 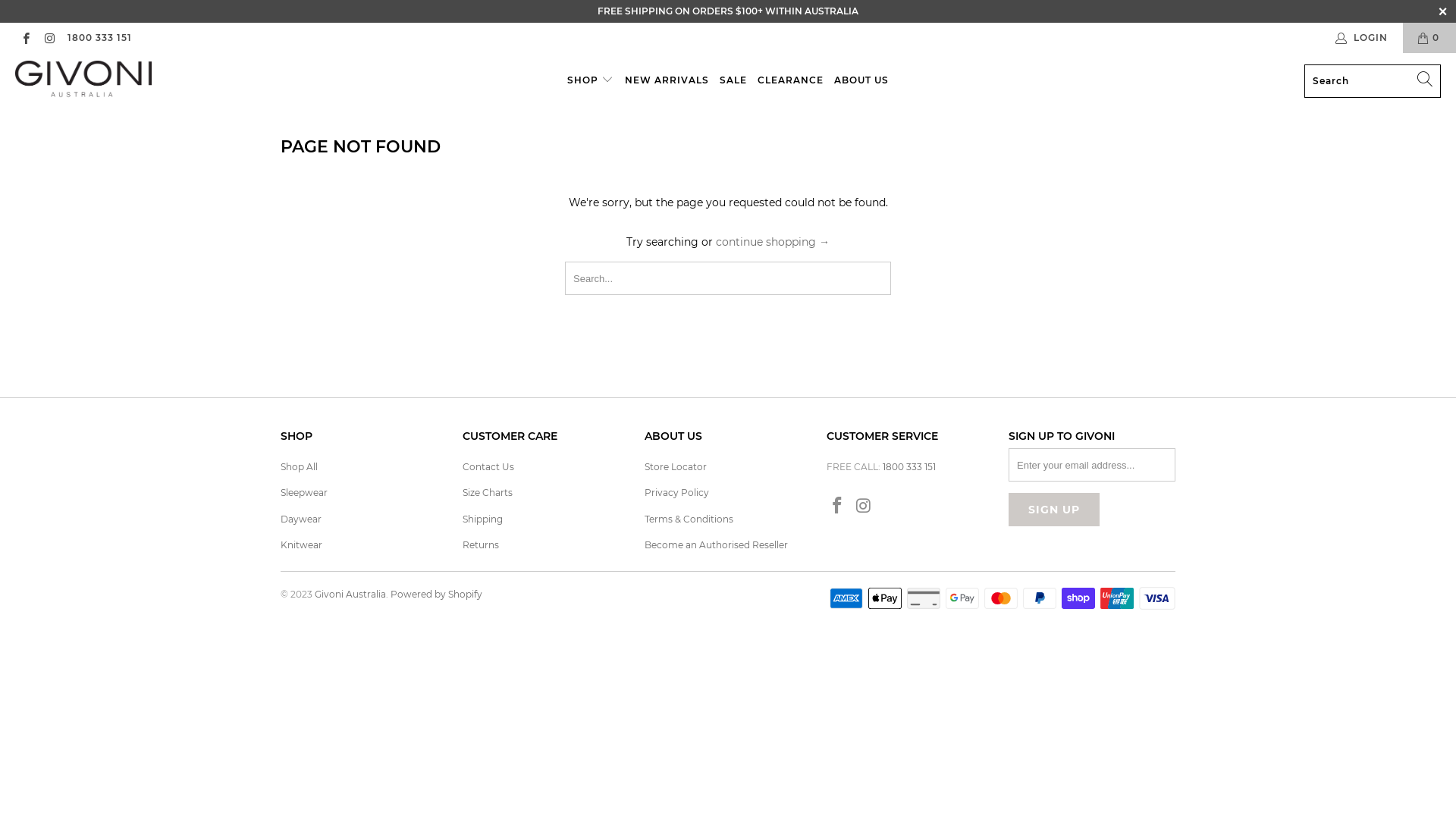 I want to click on 'Contact Us', so click(x=488, y=466).